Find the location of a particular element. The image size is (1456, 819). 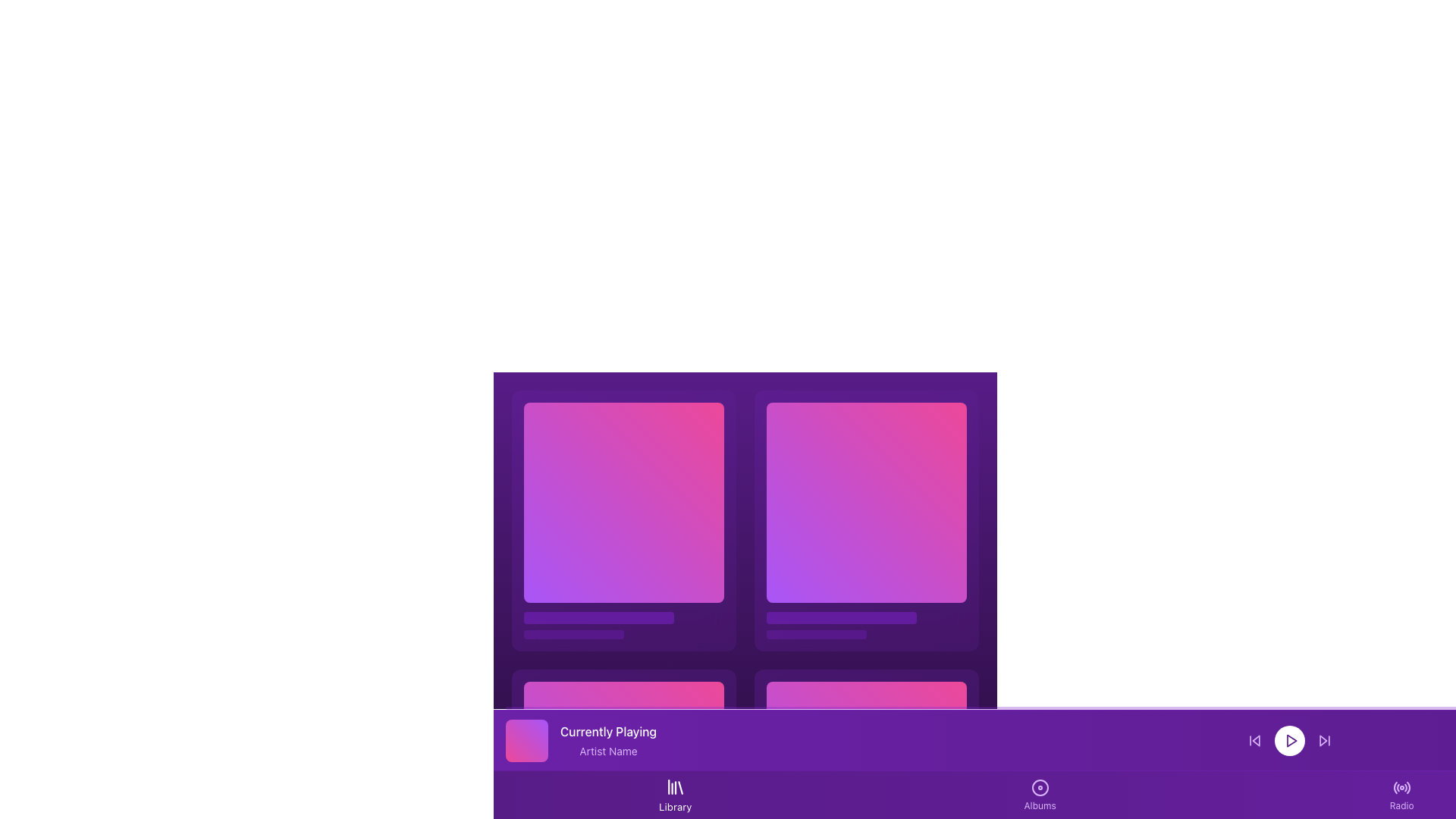

the library section icon located at the bottom-center of the interface, above the text label 'Library' is located at coordinates (674, 786).